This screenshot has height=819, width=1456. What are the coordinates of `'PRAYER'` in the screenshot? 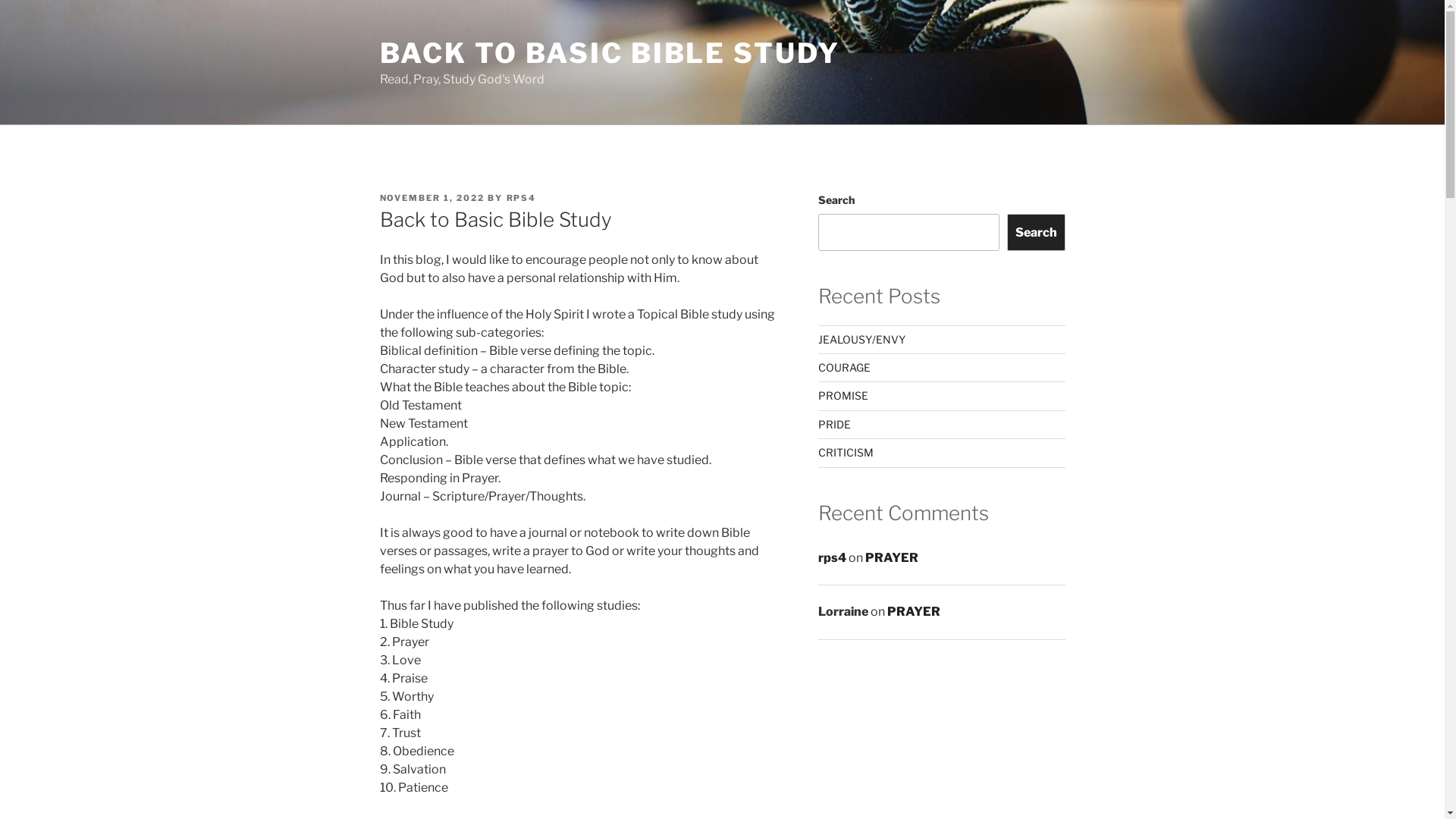 It's located at (912, 610).